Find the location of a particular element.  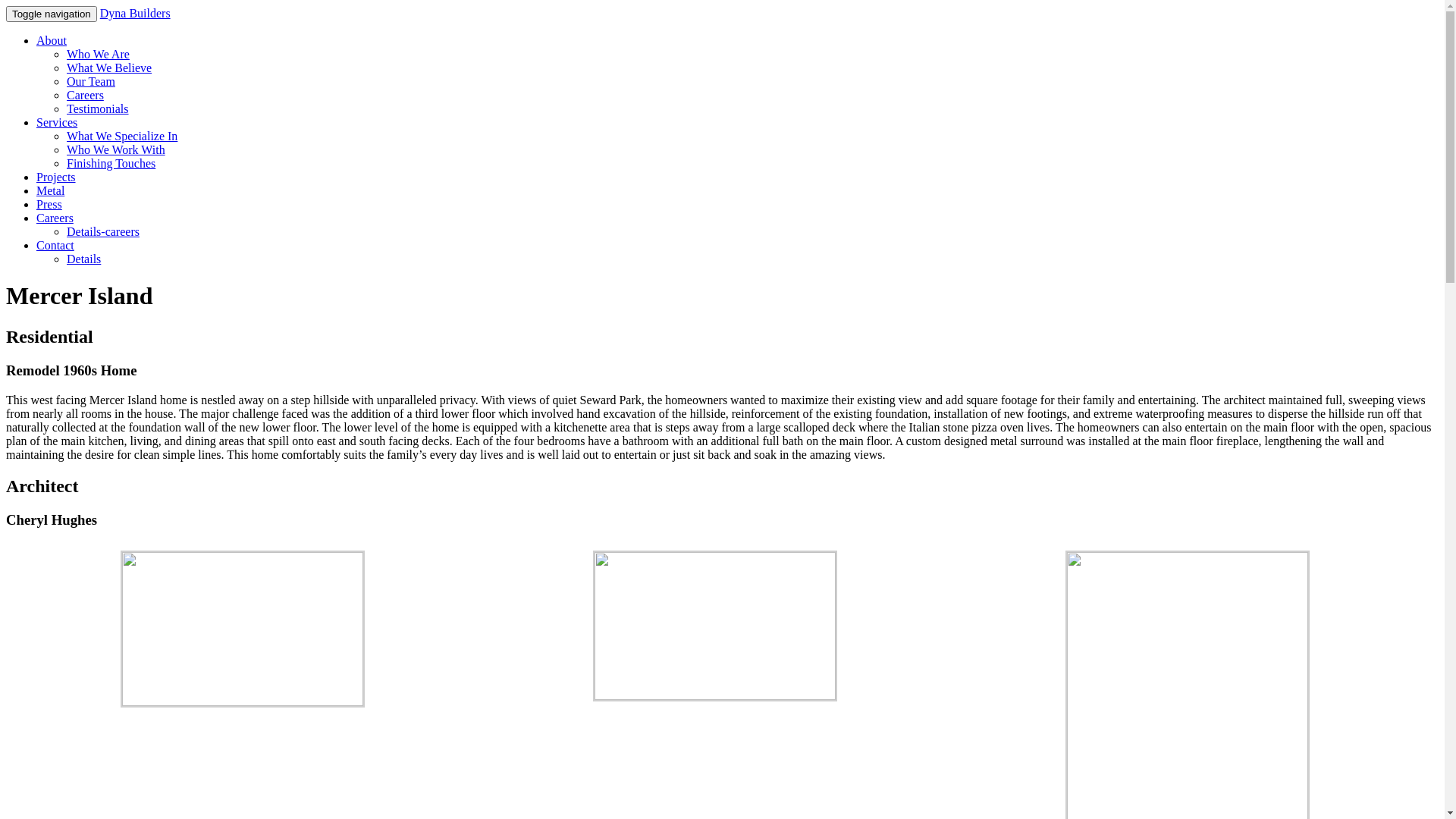

'Who We Are' is located at coordinates (97, 53).